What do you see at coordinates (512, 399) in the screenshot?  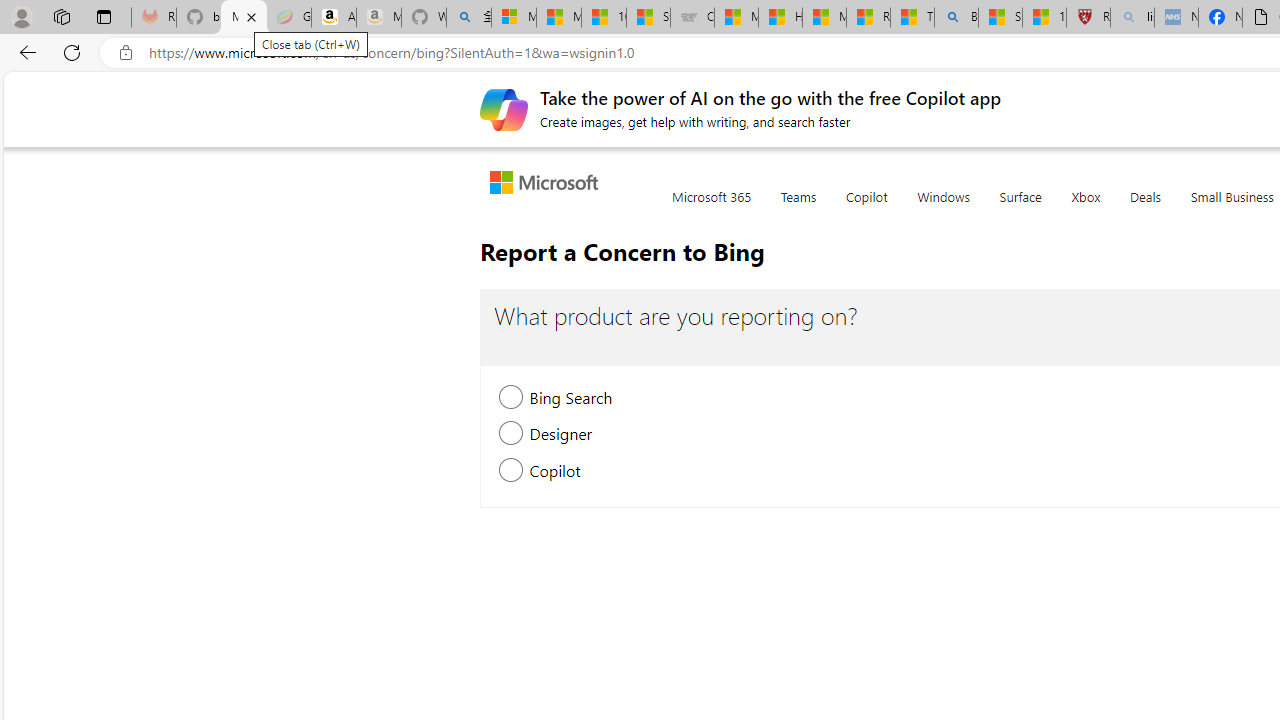 I see `'Bing Search, new section will be expanded'` at bounding box center [512, 399].